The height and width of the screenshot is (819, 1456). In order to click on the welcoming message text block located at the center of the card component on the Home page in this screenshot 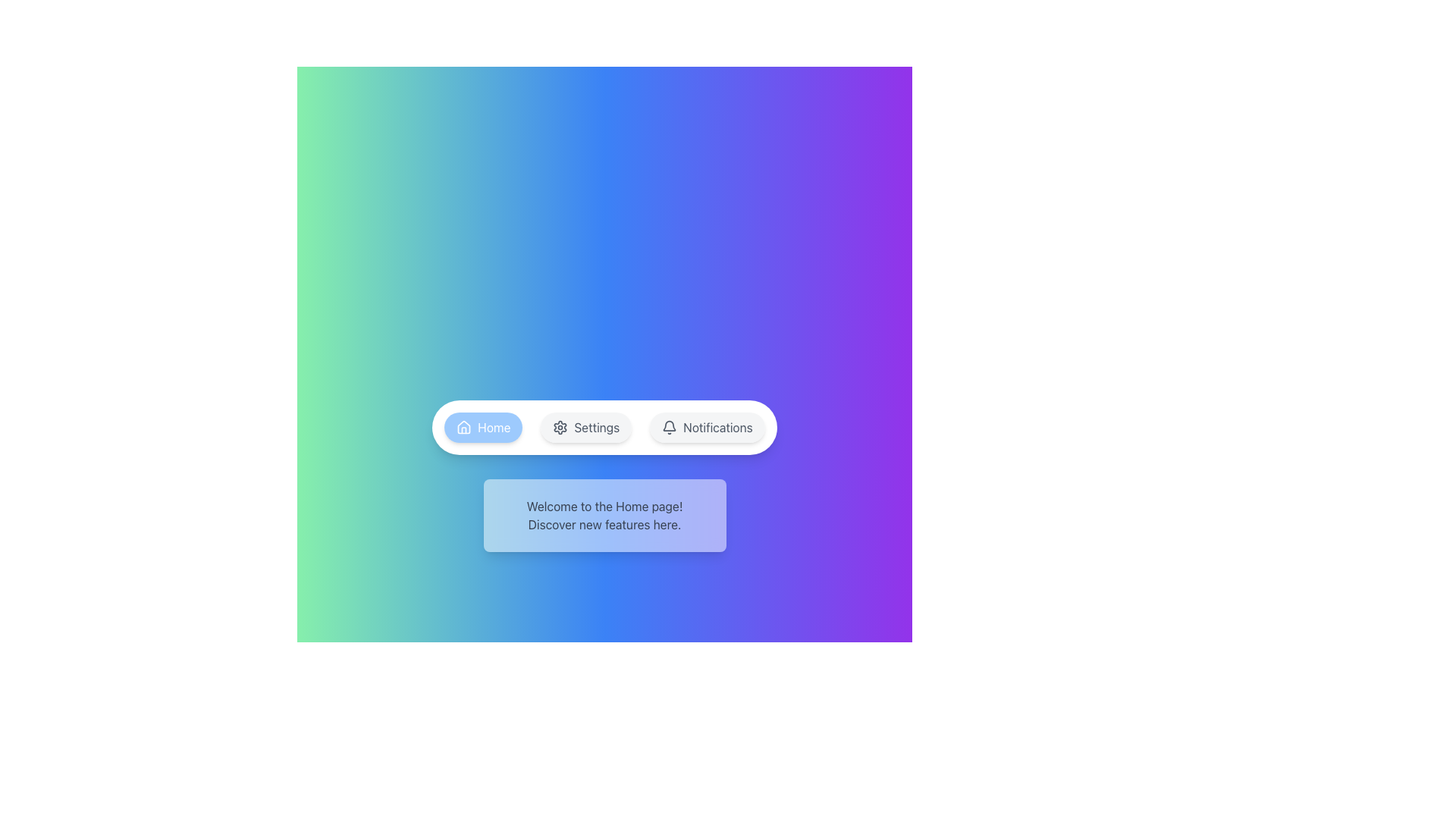, I will do `click(604, 514)`.